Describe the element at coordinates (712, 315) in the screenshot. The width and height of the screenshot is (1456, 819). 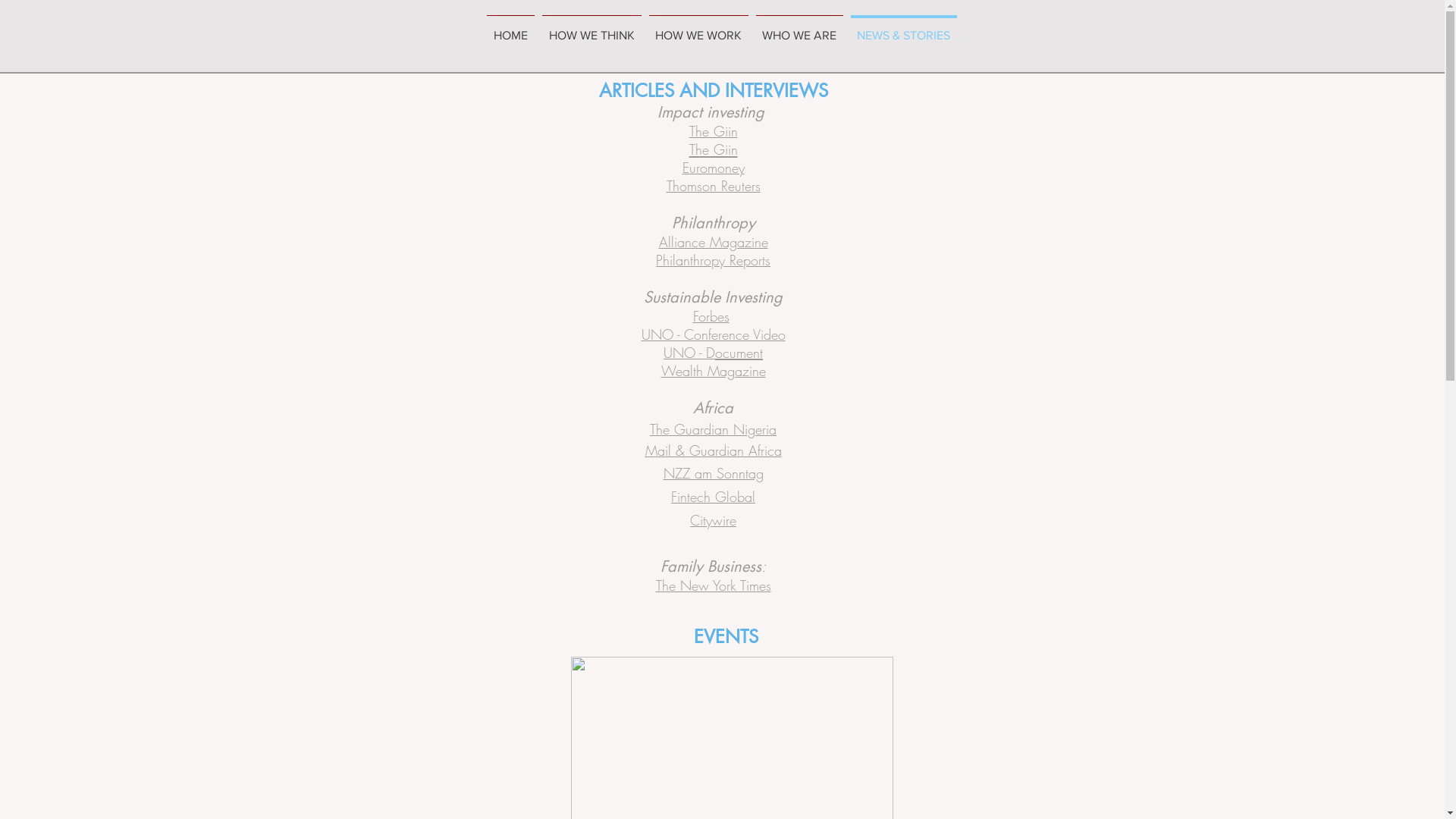
I see `'Forbes '` at that location.